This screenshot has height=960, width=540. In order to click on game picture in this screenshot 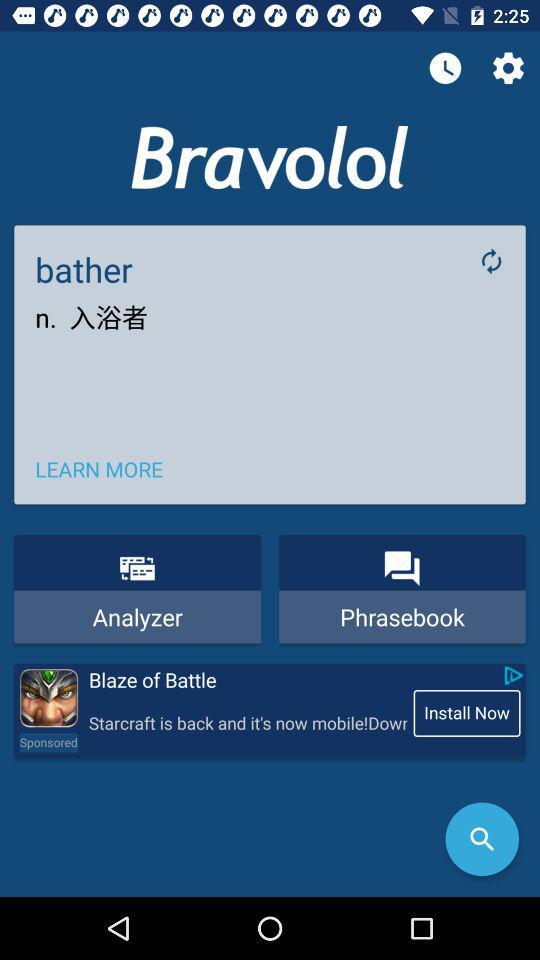, I will do `click(48, 698)`.